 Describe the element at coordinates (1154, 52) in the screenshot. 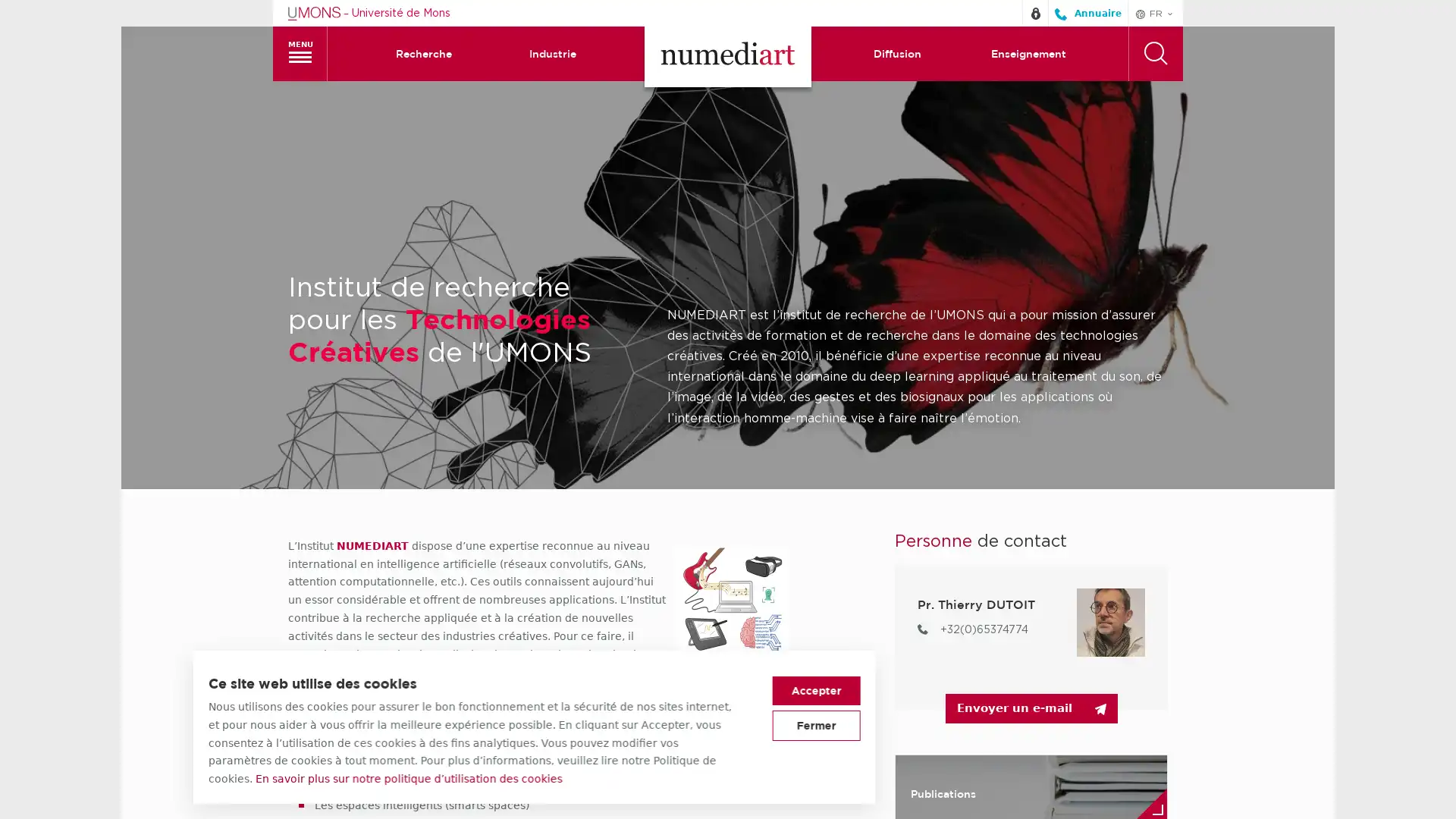

I see `Rechercher` at that location.